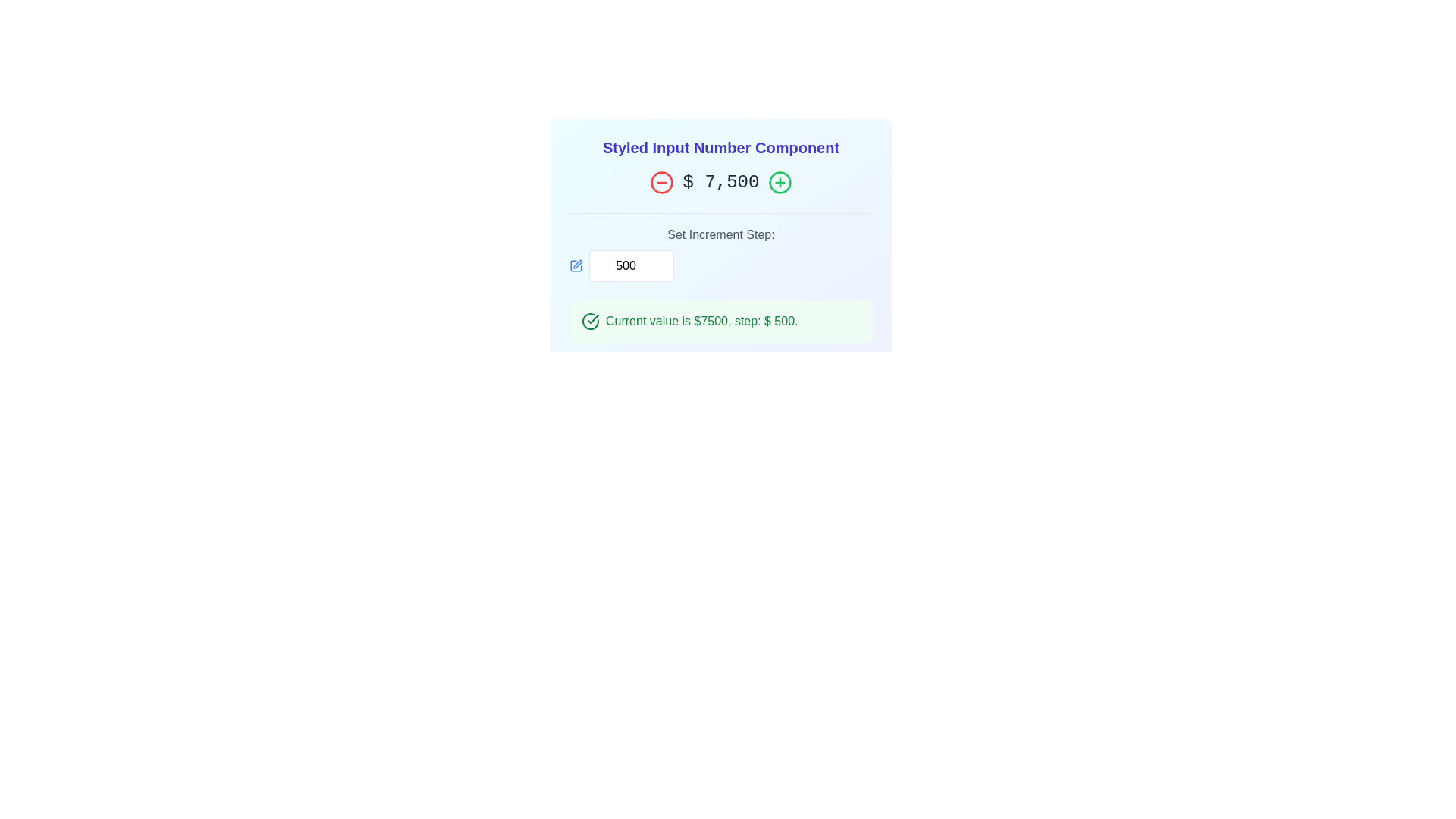 This screenshot has height=819, width=1456. Describe the element at coordinates (720, 234) in the screenshot. I see `the label that describes the increment step for the numeric input field, which is located slightly above the input box in the middle section of the interface` at that location.